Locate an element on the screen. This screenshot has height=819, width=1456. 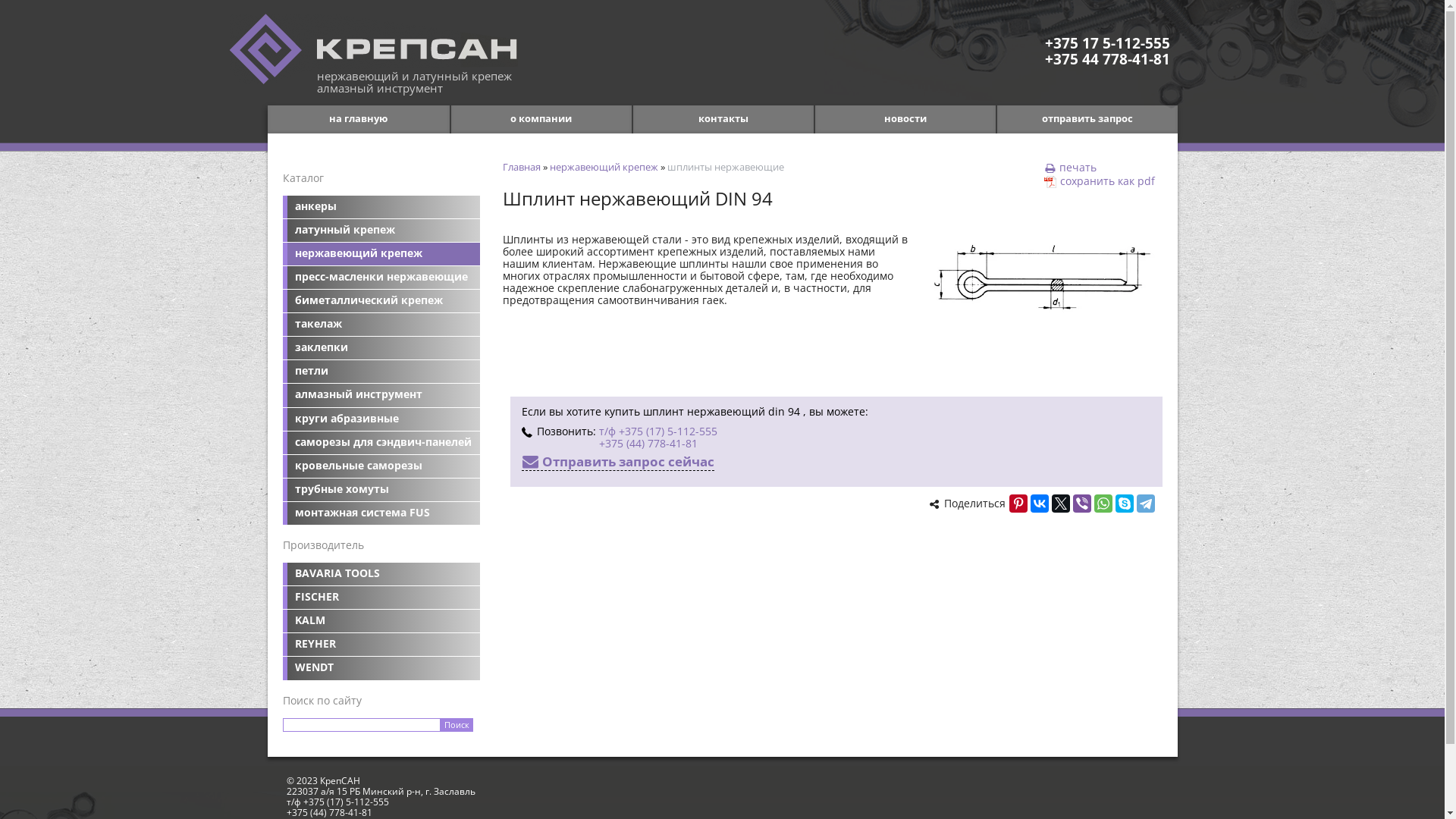
'KALM' is located at coordinates (282, 620).